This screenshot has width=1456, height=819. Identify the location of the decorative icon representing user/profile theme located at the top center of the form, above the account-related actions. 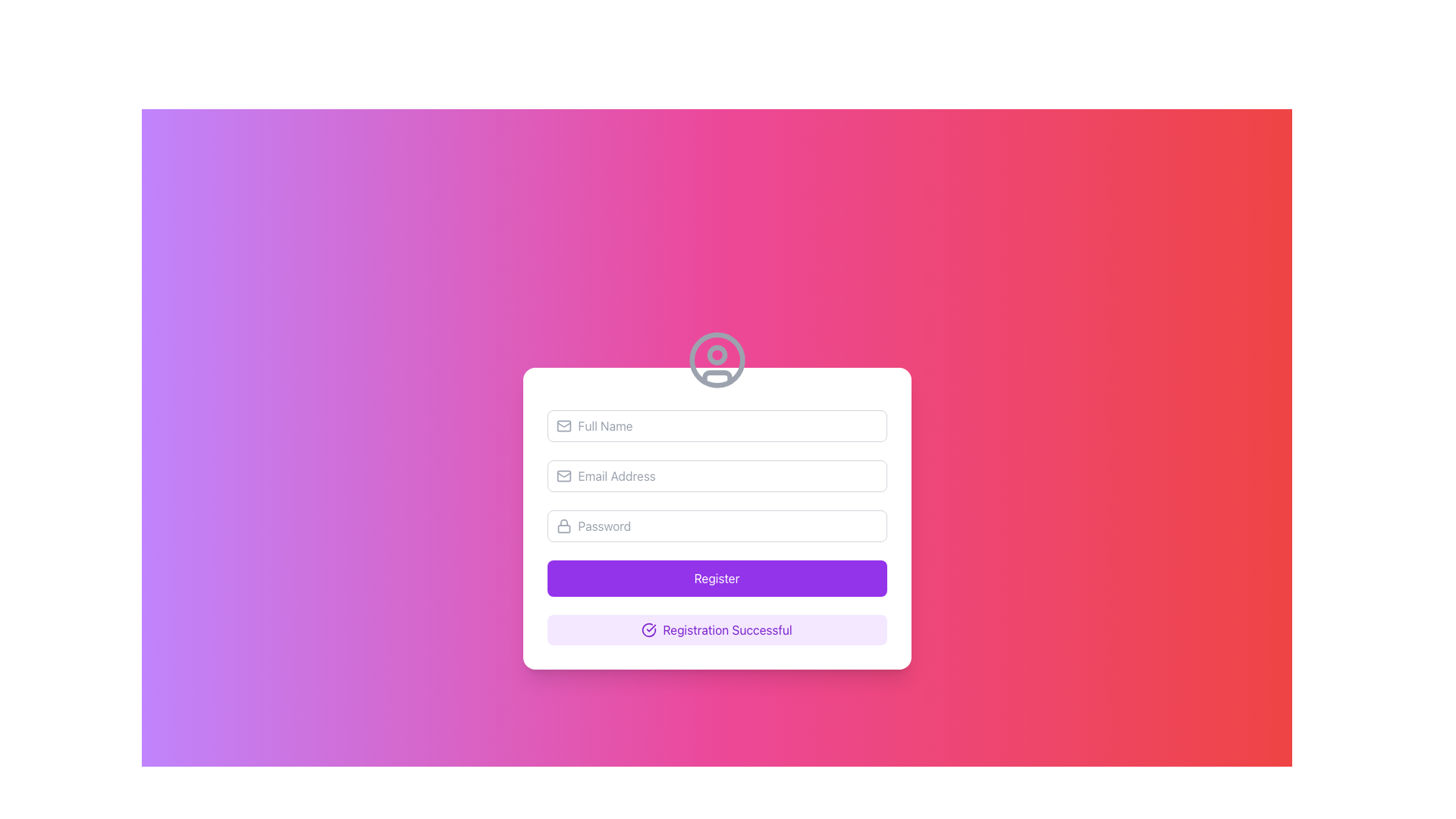
(716, 359).